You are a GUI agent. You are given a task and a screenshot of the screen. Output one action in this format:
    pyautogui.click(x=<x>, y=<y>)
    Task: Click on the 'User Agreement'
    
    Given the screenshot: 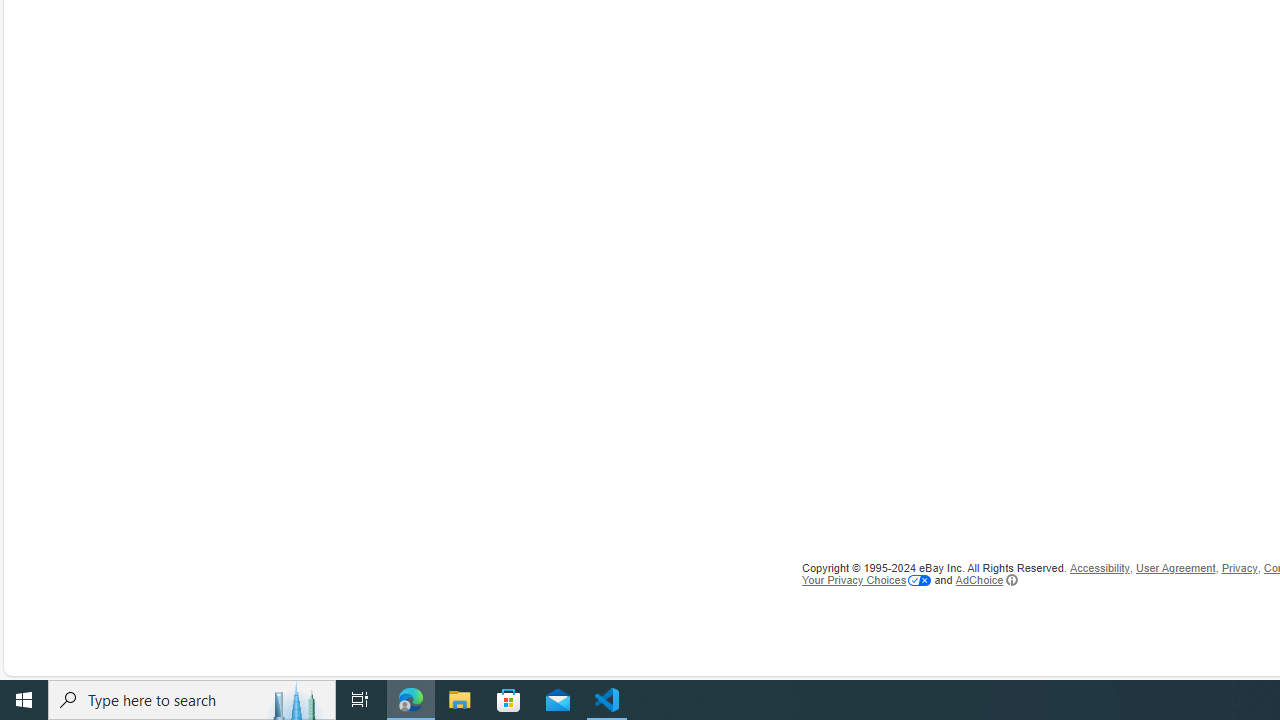 What is the action you would take?
    pyautogui.click(x=1176, y=568)
    